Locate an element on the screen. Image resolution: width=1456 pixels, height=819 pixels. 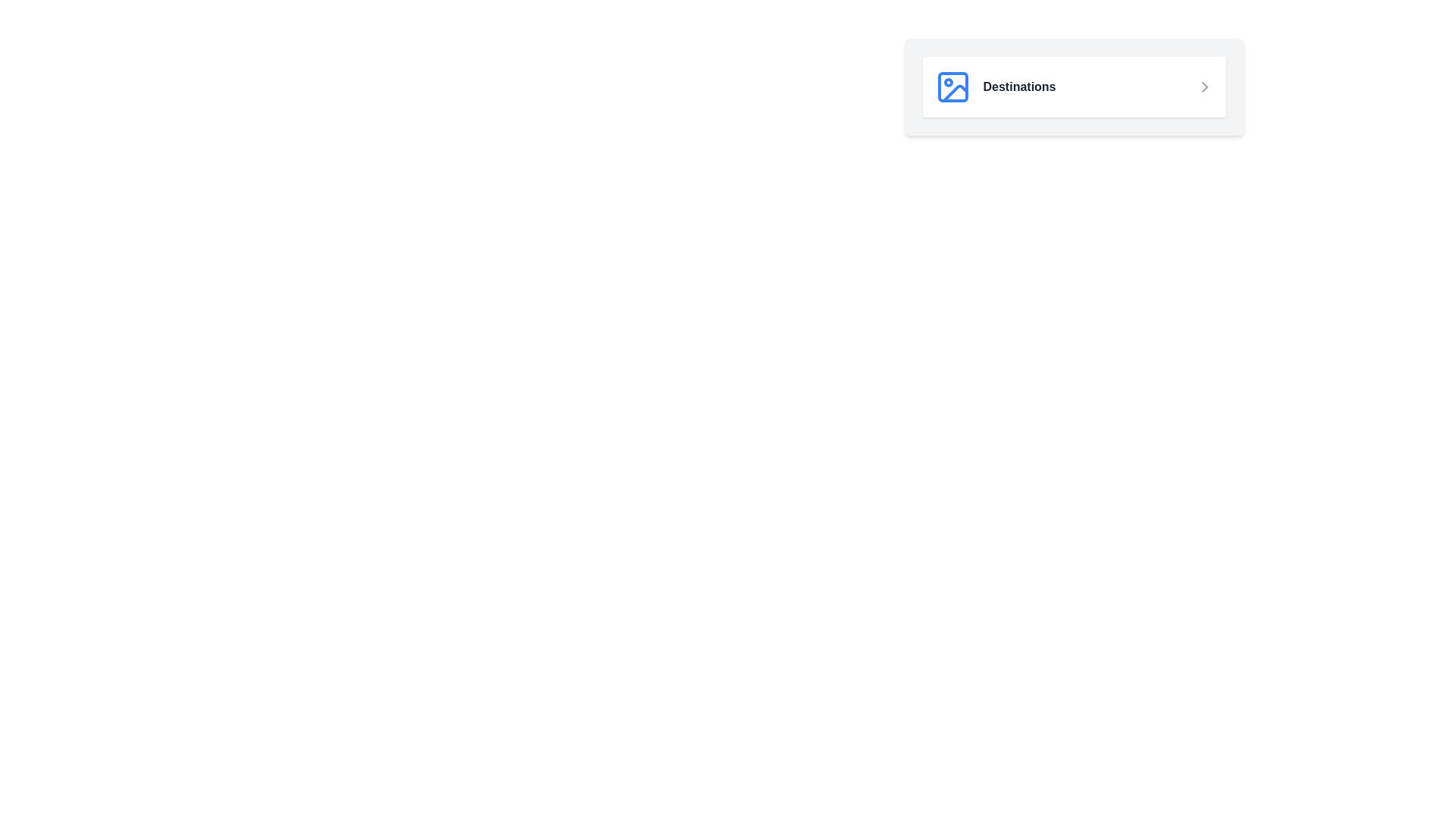
the 'Destinations' component, which features a blue icon on the left and bold dark-gray text on the right, located in the top-right quadrant of the interface is located at coordinates (995, 87).